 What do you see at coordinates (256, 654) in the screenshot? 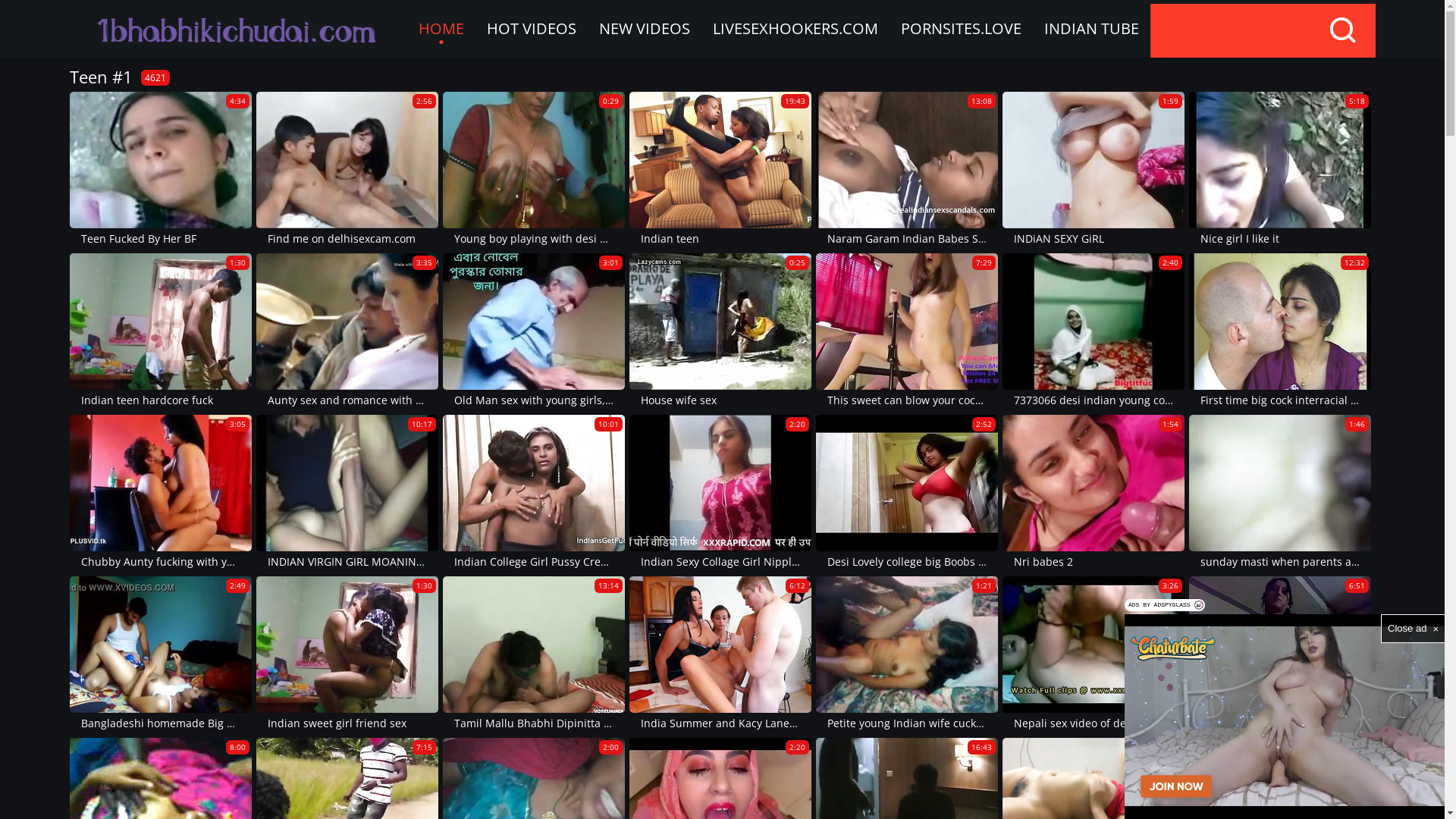
I see `'1:30` at bounding box center [256, 654].